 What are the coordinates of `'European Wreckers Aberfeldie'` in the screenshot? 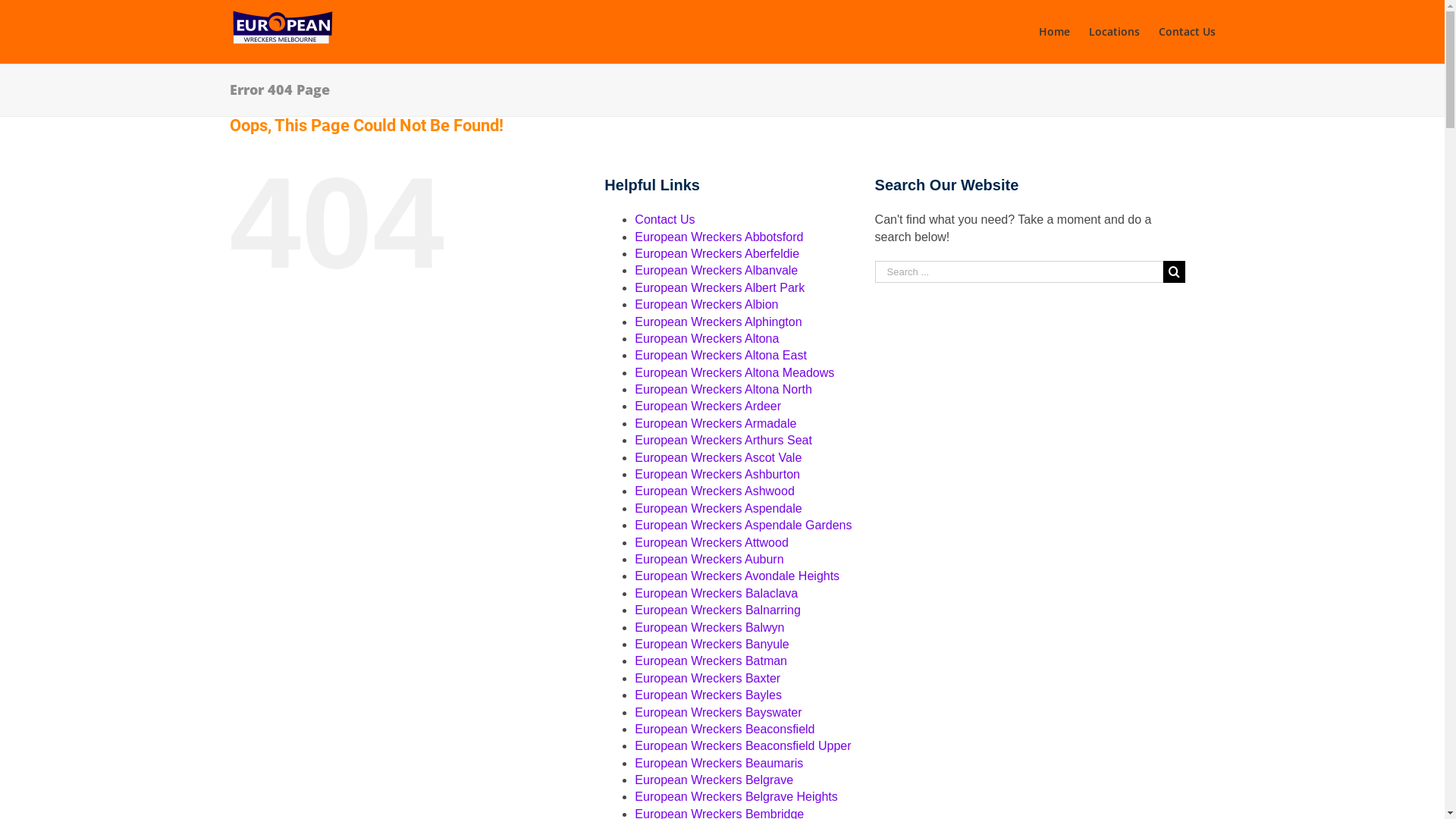 It's located at (634, 253).